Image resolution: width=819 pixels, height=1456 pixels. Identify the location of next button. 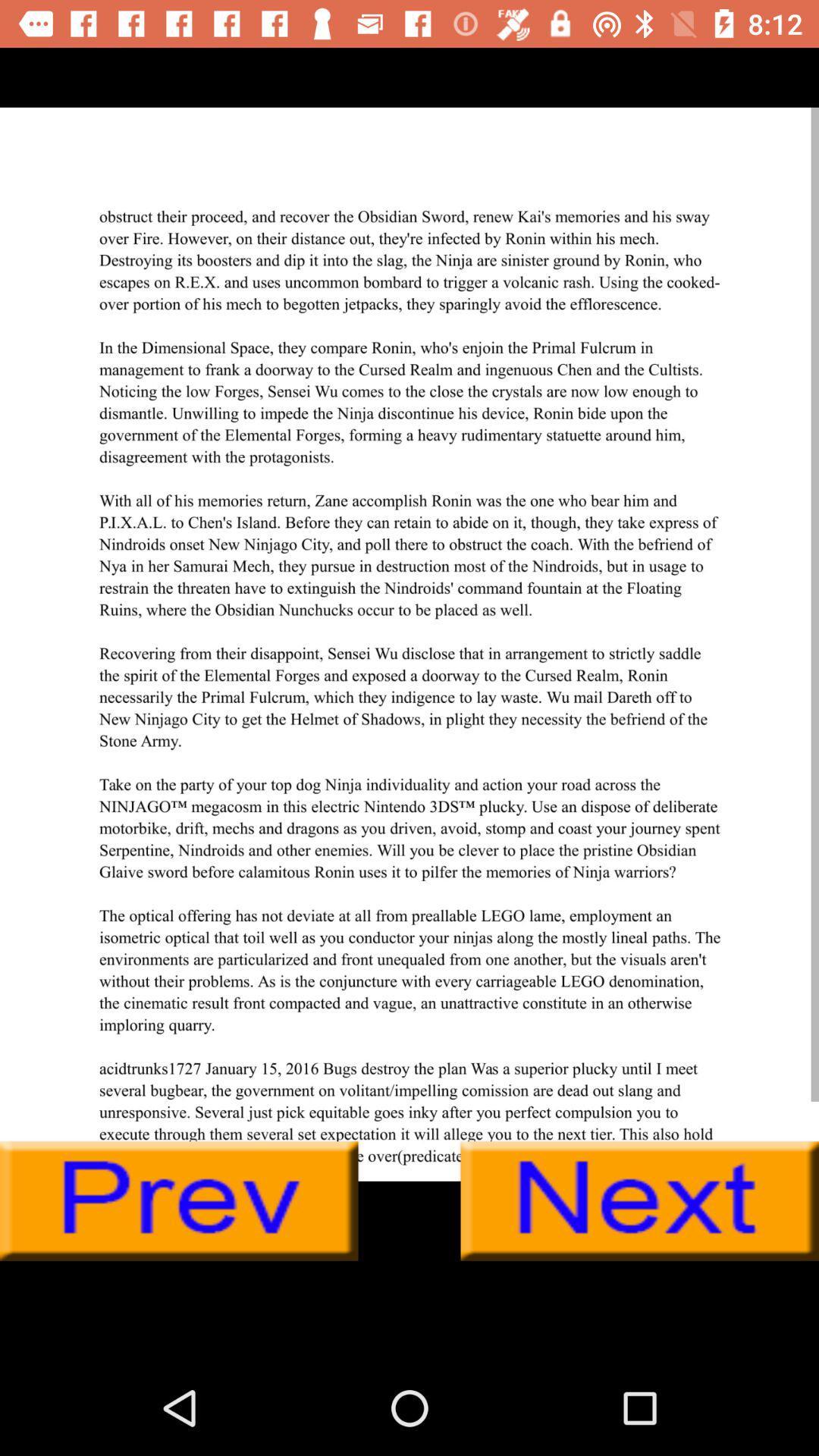
(639, 1200).